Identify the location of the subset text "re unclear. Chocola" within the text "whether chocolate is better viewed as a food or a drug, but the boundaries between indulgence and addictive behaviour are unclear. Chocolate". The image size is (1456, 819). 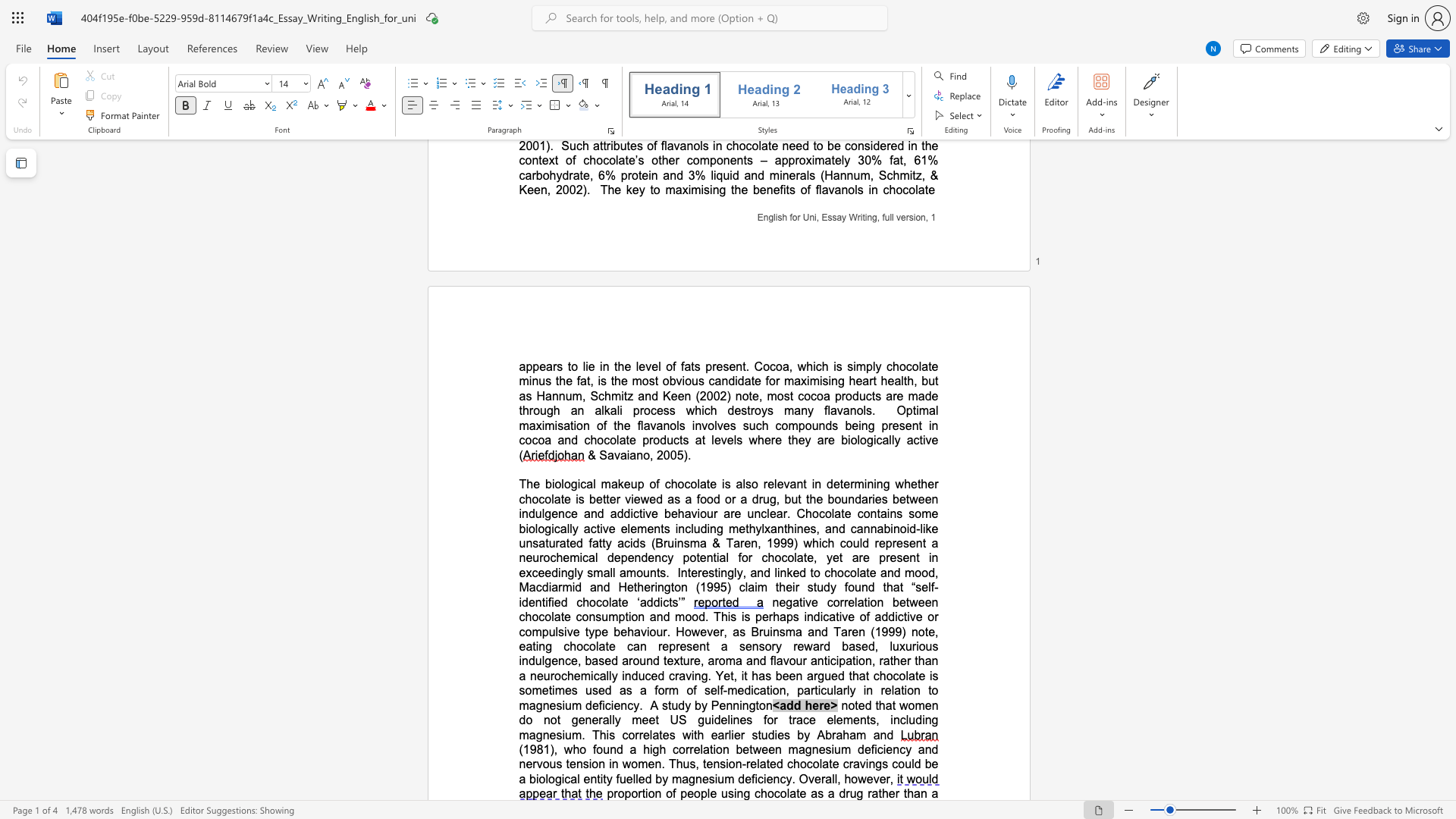
(730, 513).